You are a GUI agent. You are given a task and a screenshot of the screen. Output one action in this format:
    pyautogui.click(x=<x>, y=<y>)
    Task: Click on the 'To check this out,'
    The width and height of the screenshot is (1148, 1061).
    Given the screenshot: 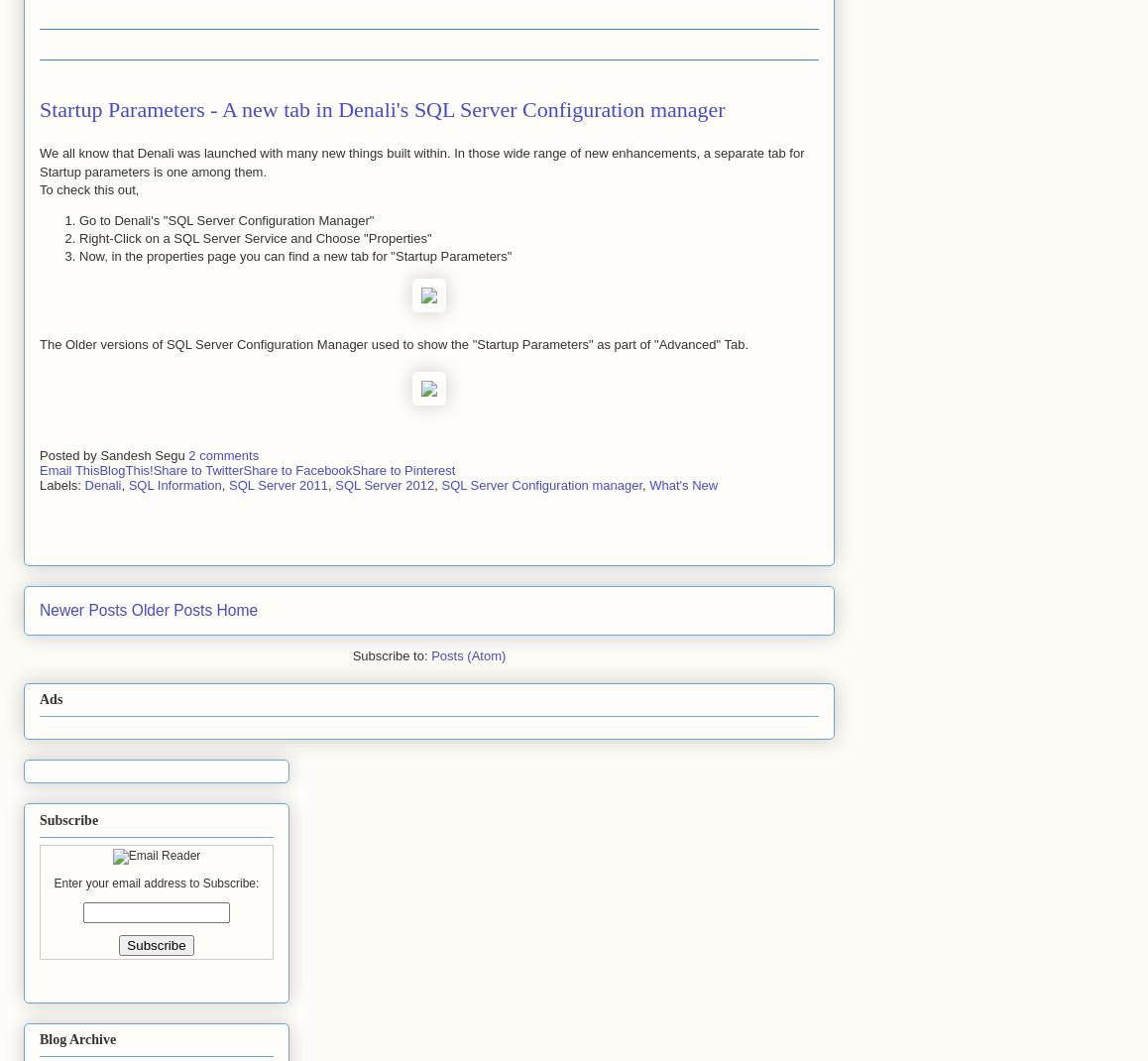 What is the action you would take?
    pyautogui.click(x=88, y=187)
    